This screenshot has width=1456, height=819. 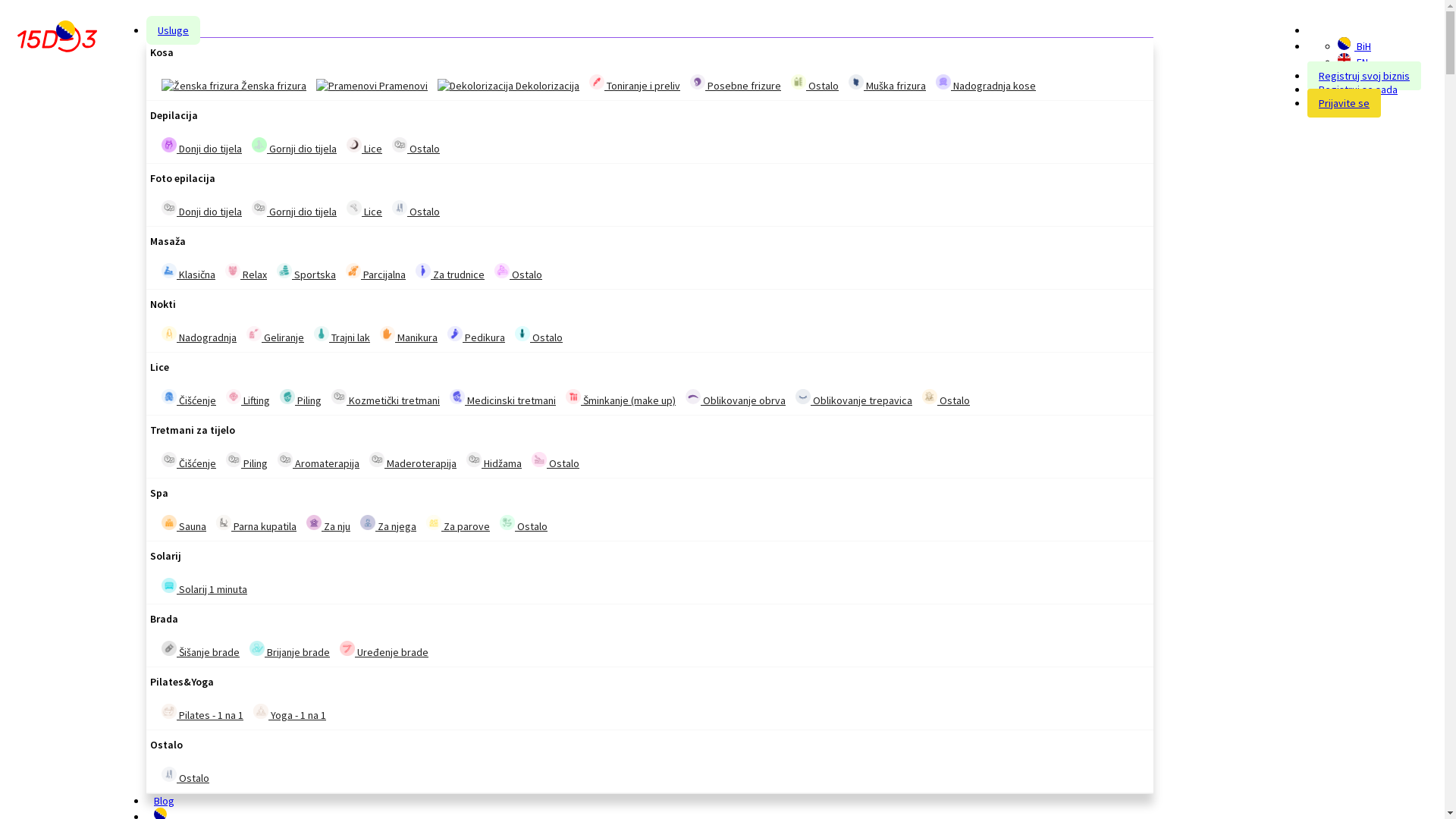 What do you see at coordinates (432, 522) in the screenshot?
I see `'Za parove'` at bounding box center [432, 522].